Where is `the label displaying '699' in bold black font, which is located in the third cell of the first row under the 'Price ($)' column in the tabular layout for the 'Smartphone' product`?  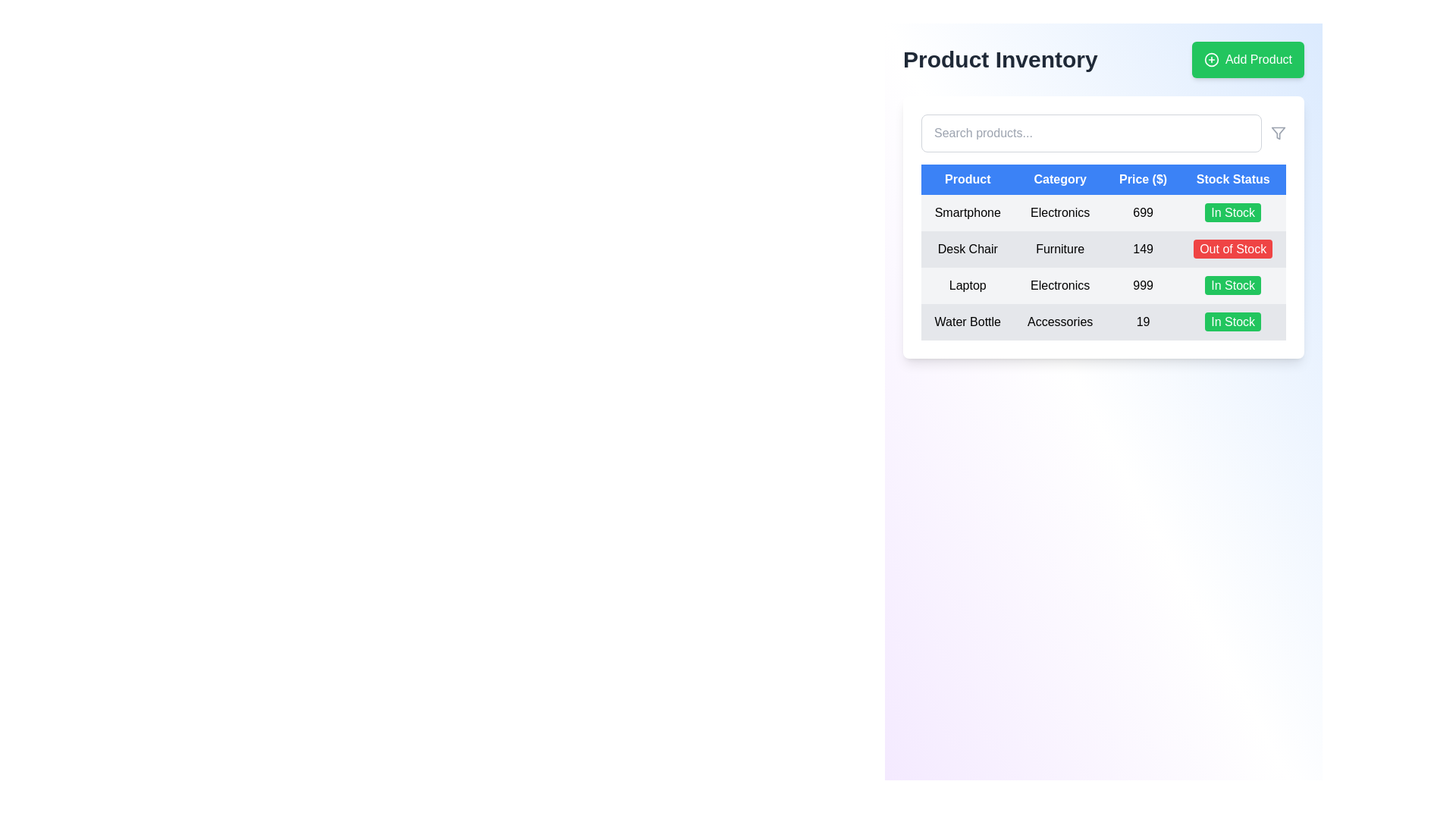 the label displaying '699' in bold black font, which is located in the third cell of the first row under the 'Price ($)' column in the tabular layout for the 'Smartphone' product is located at coordinates (1143, 213).